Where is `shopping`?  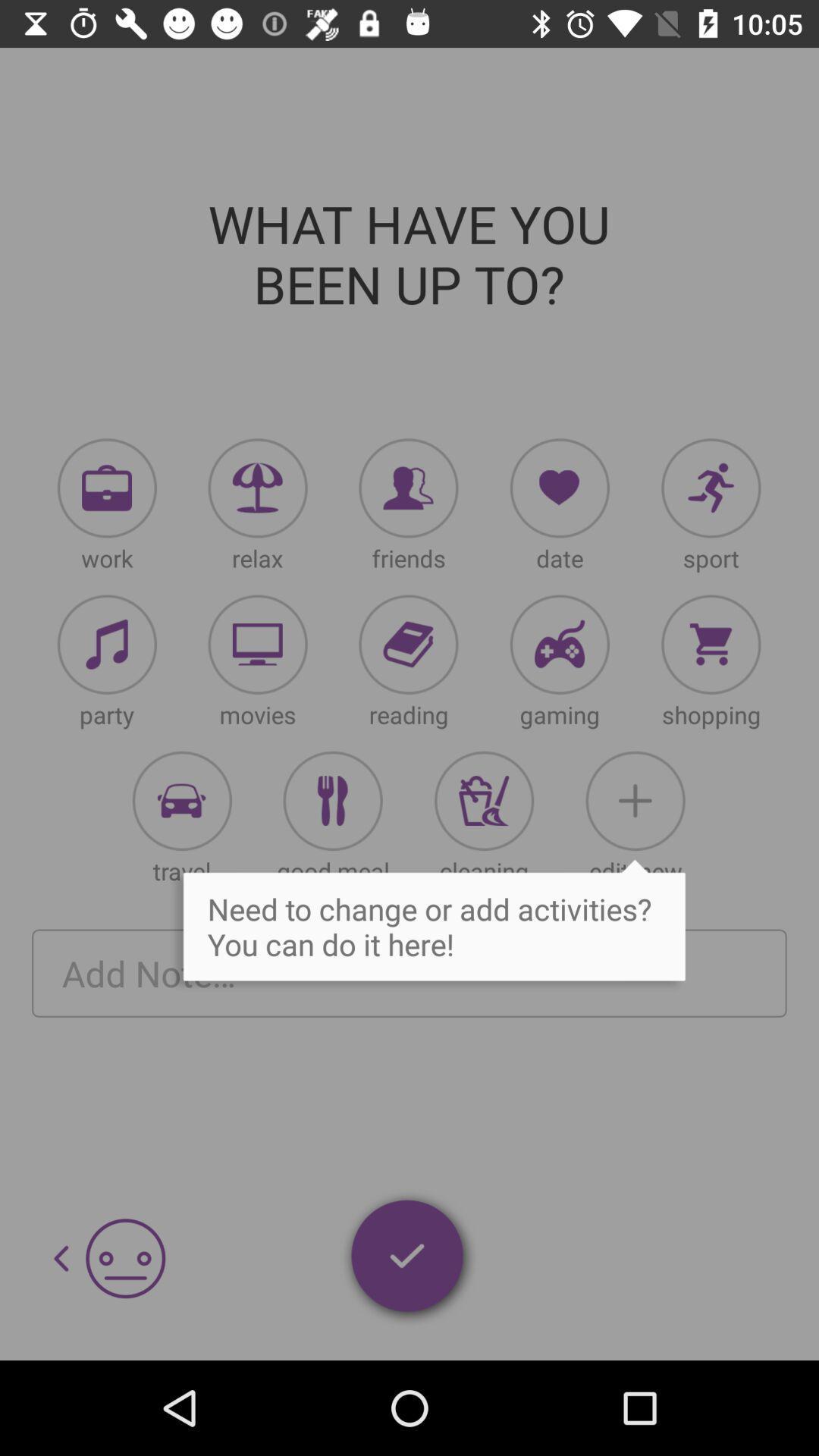
shopping is located at coordinates (711, 645).